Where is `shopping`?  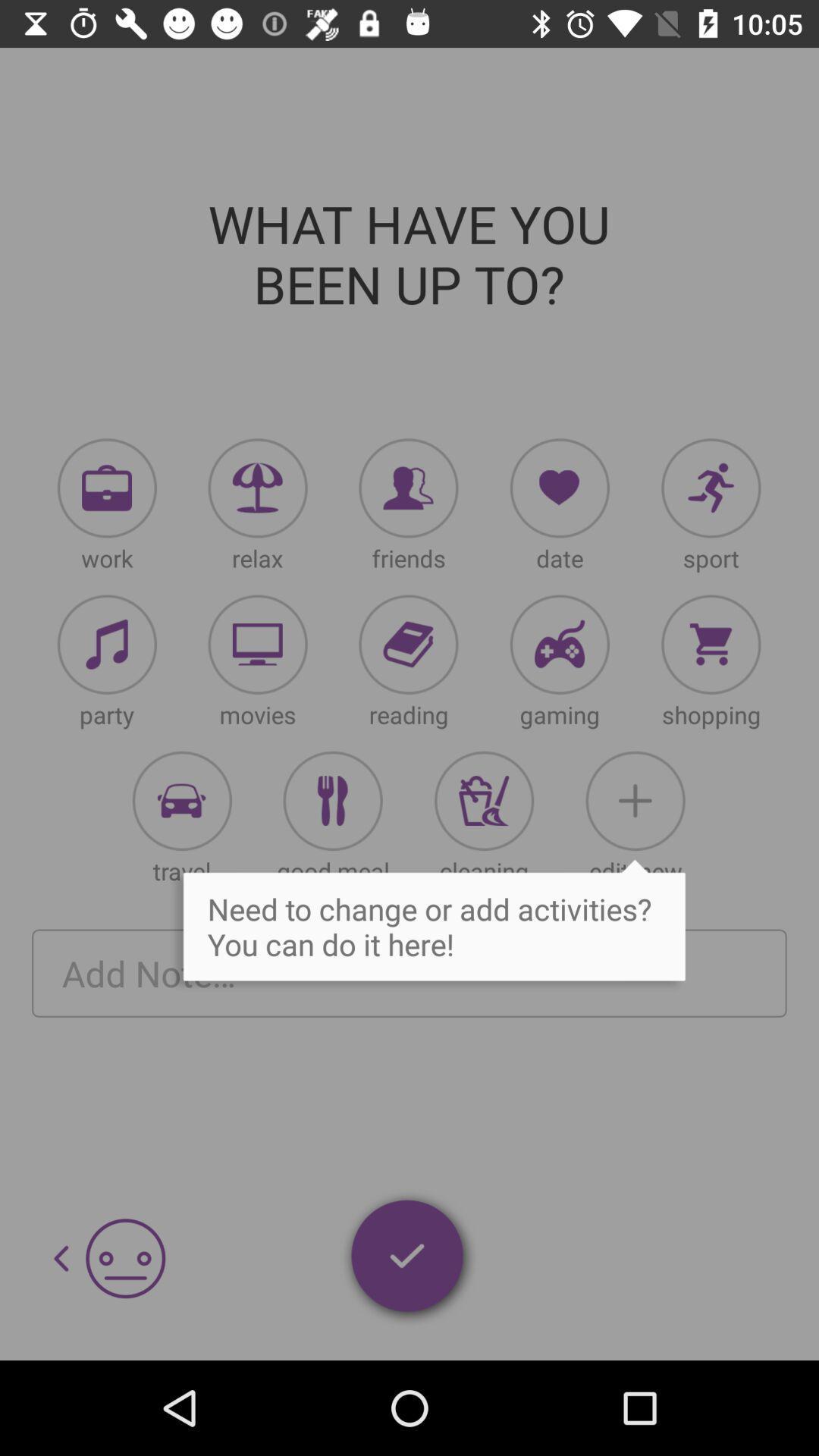
shopping is located at coordinates (711, 645).